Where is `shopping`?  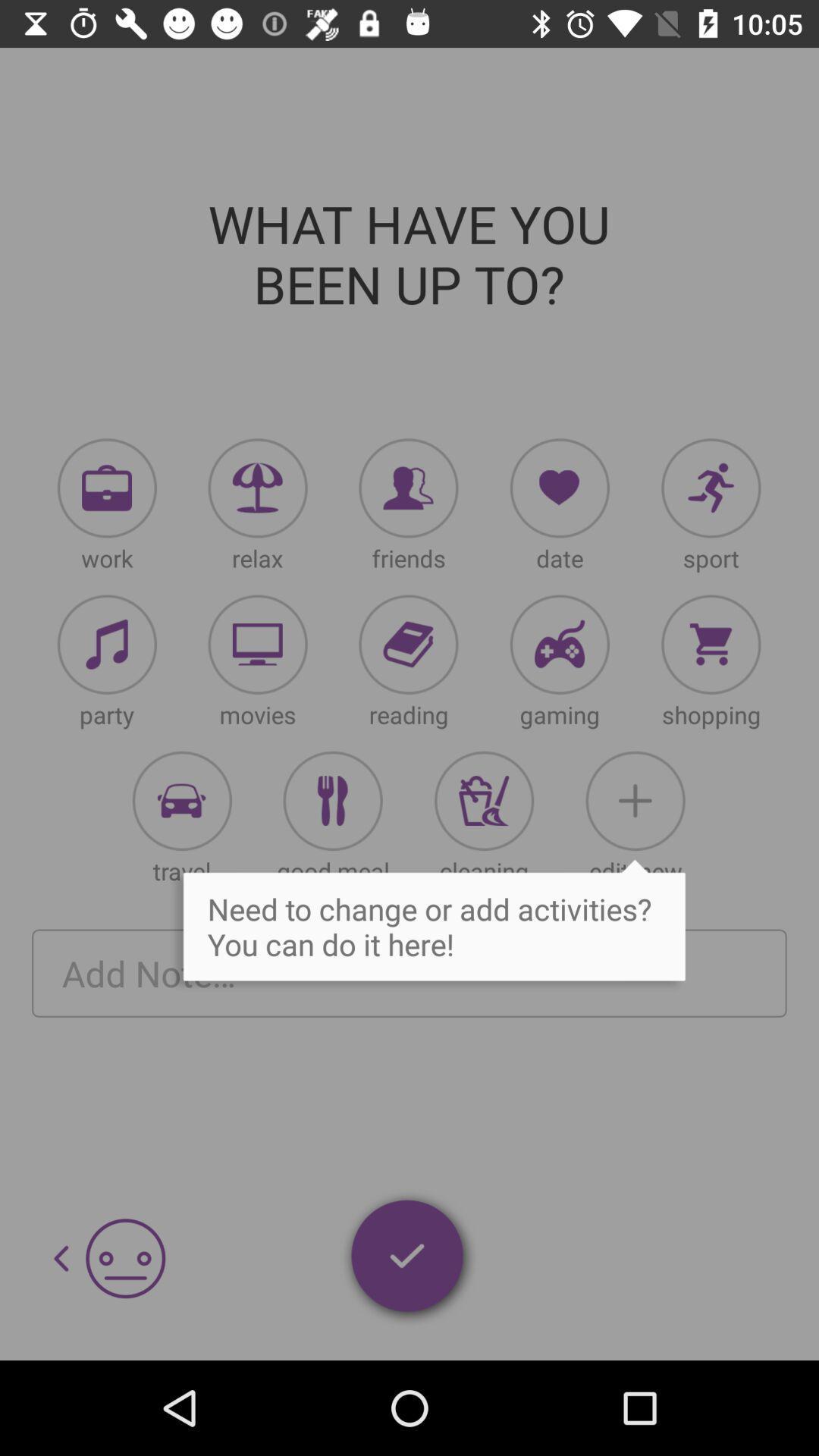
shopping is located at coordinates (711, 645).